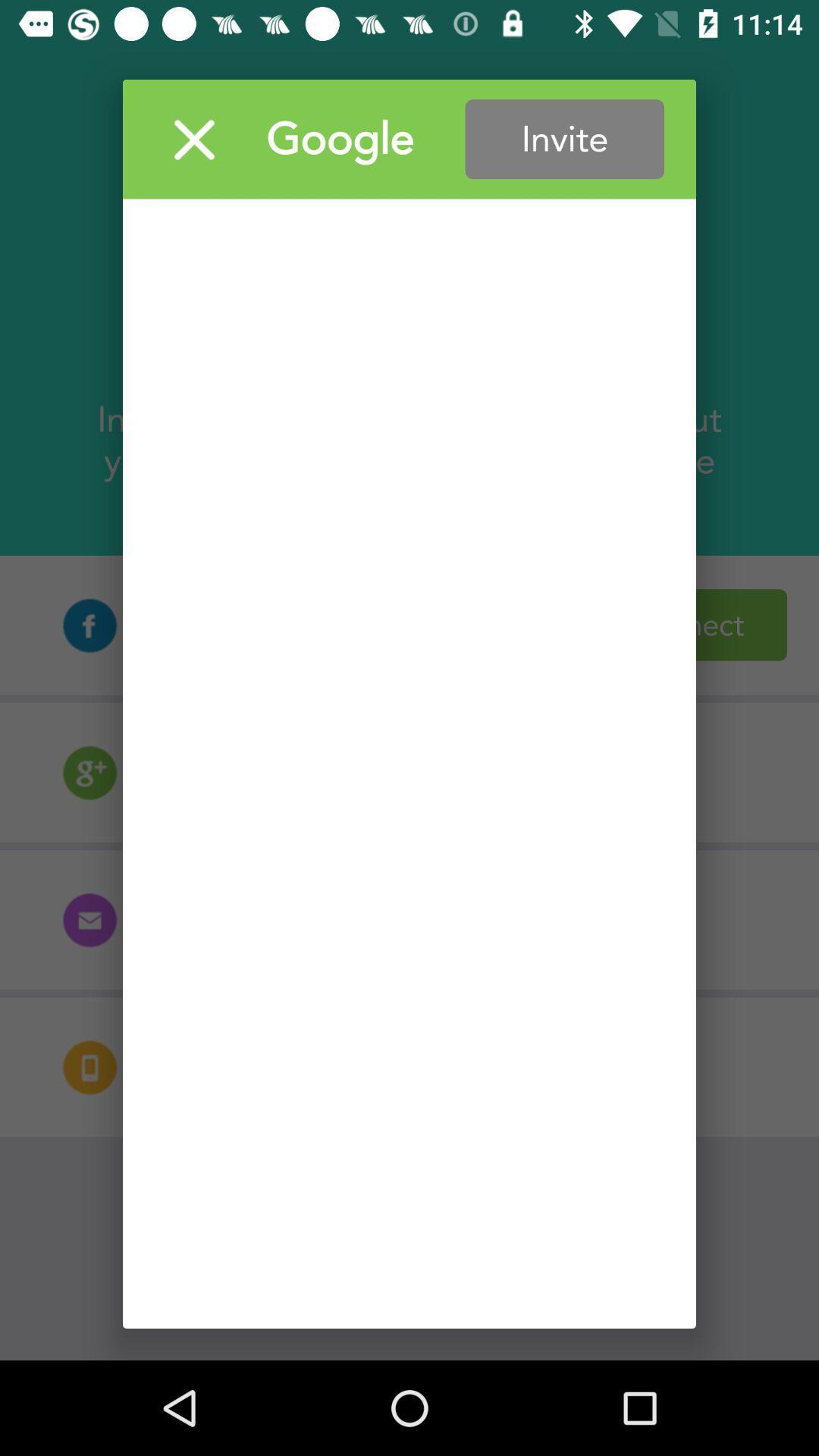  What do you see at coordinates (193, 139) in the screenshot?
I see `exit modal` at bounding box center [193, 139].